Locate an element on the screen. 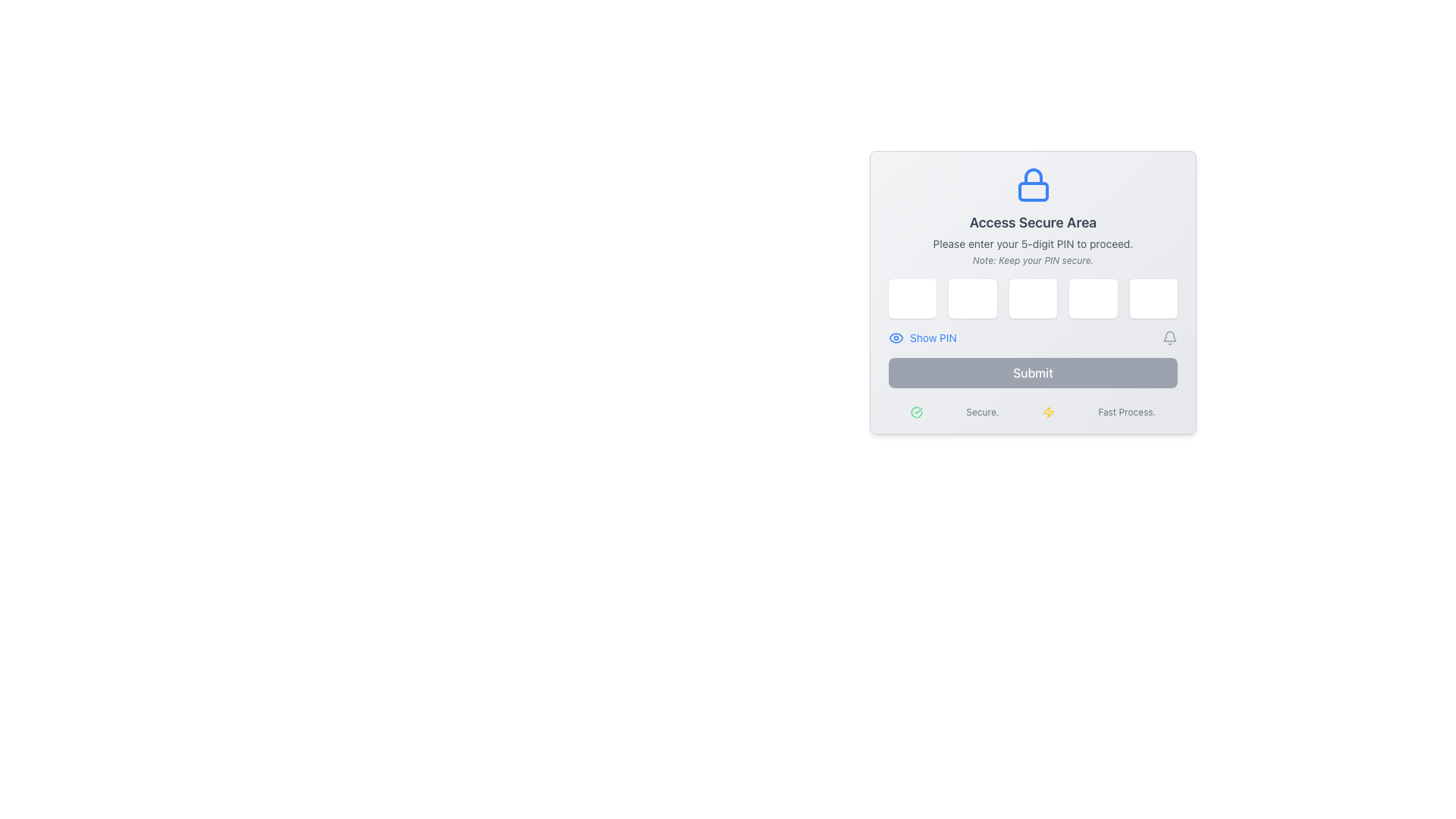 This screenshot has width=1456, height=819. the bell icon that serves as a status or notification indicator, located to the right of the 'Show PIN' text, which is below the PIN input fields is located at coordinates (1169, 337).